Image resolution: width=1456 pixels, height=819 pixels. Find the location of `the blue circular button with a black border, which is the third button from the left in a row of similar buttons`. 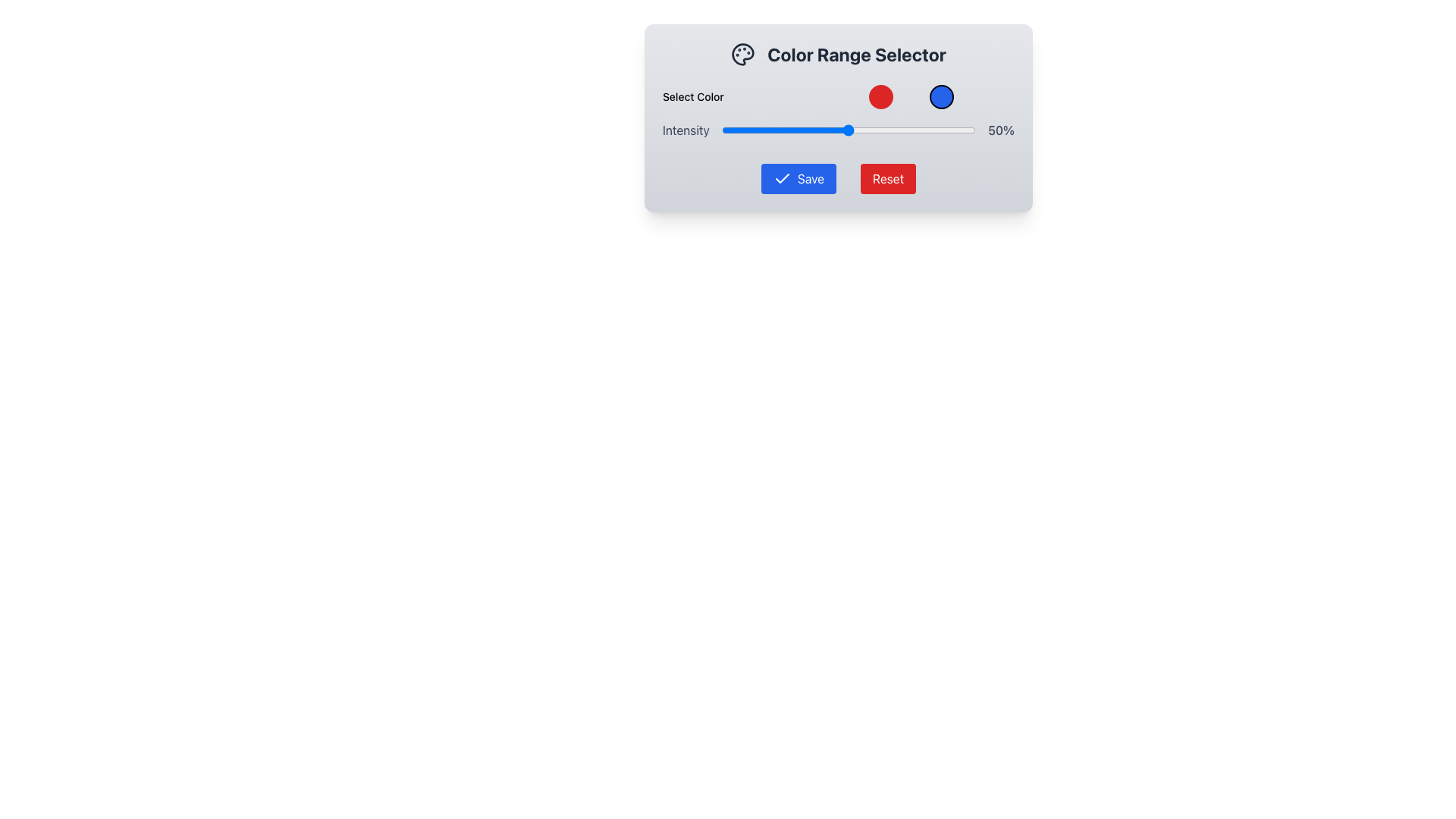

the blue circular button with a black border, which is the third button from the left in a row of similar buttons is located at coordinates (941, 96).